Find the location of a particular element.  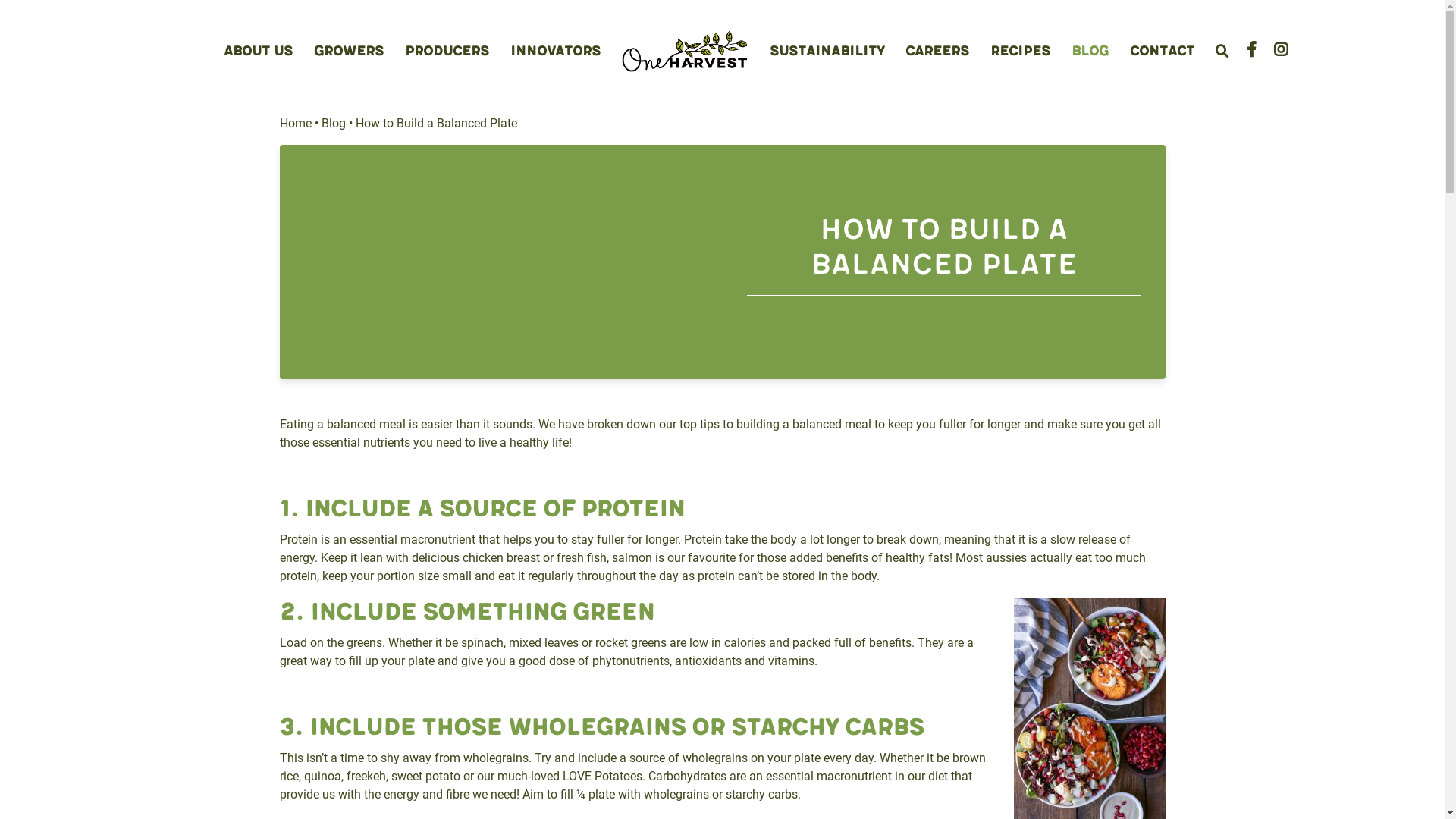

'Home' is located at coordinates (294, 122).